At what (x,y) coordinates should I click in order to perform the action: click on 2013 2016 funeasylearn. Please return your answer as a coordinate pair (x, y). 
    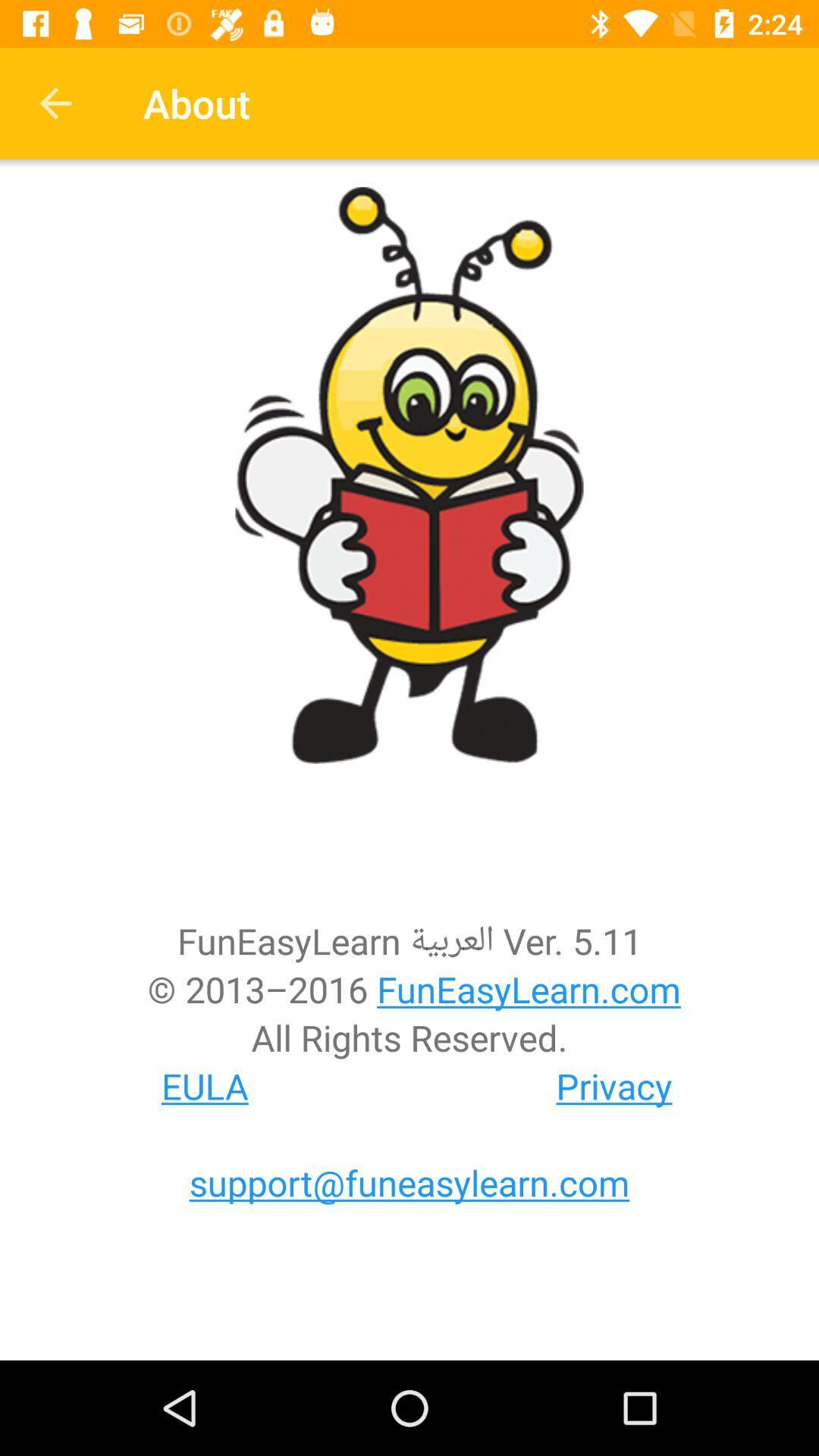
    Looking at the image, I should click on (409, 989).